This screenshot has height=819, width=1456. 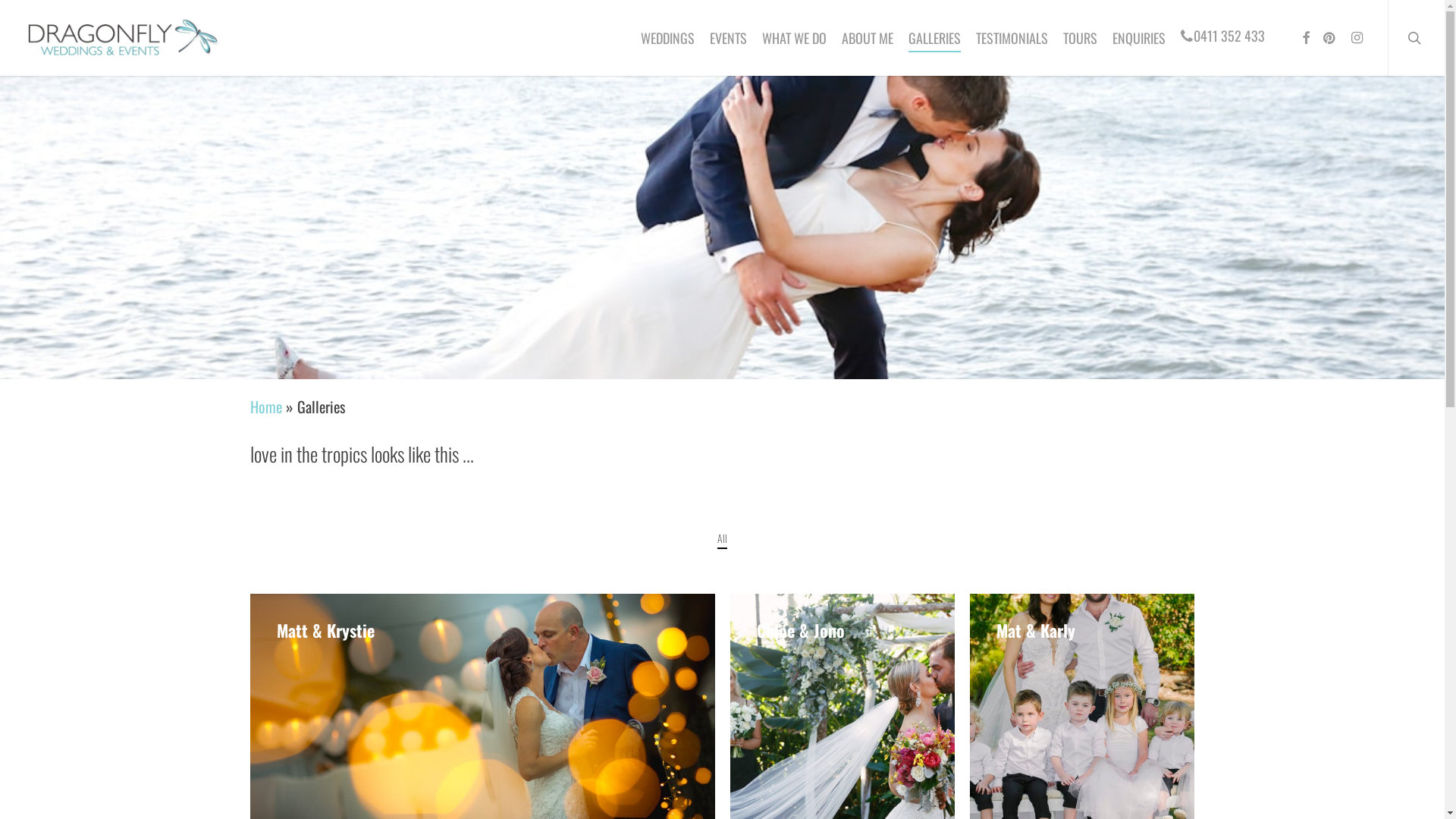 What do you see at coordinates (975, 37) in the screenshot?
I see `'TESTIMONIALS'` at bounding box center [975, 37].